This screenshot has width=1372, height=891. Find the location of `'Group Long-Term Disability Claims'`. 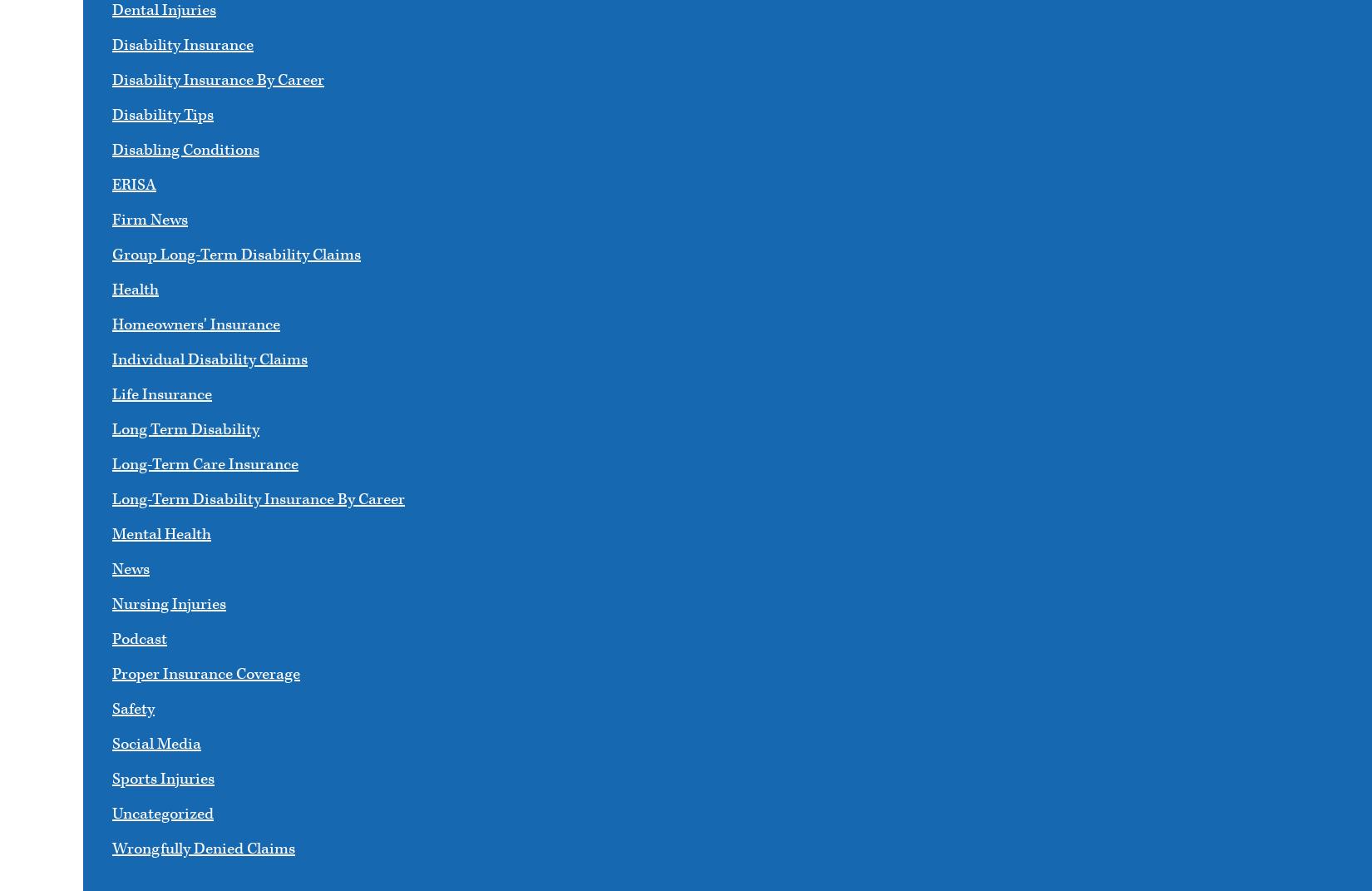

'Group Long-Term Disability Claims' is located at coordinates (236, 255).